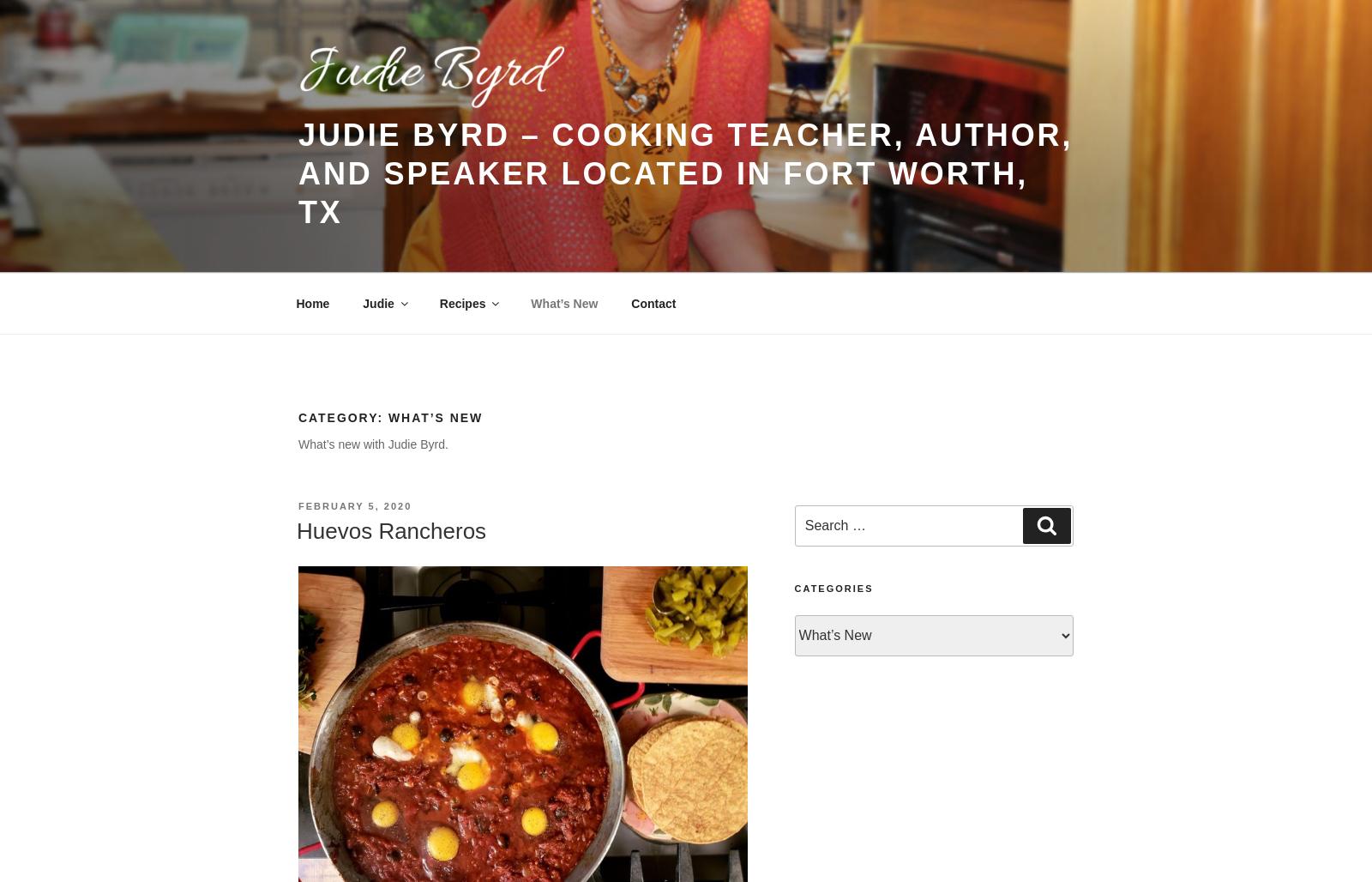  Describe the element at coordinates (653, 302) in the screenshot. I see `'Contact'` at that location.